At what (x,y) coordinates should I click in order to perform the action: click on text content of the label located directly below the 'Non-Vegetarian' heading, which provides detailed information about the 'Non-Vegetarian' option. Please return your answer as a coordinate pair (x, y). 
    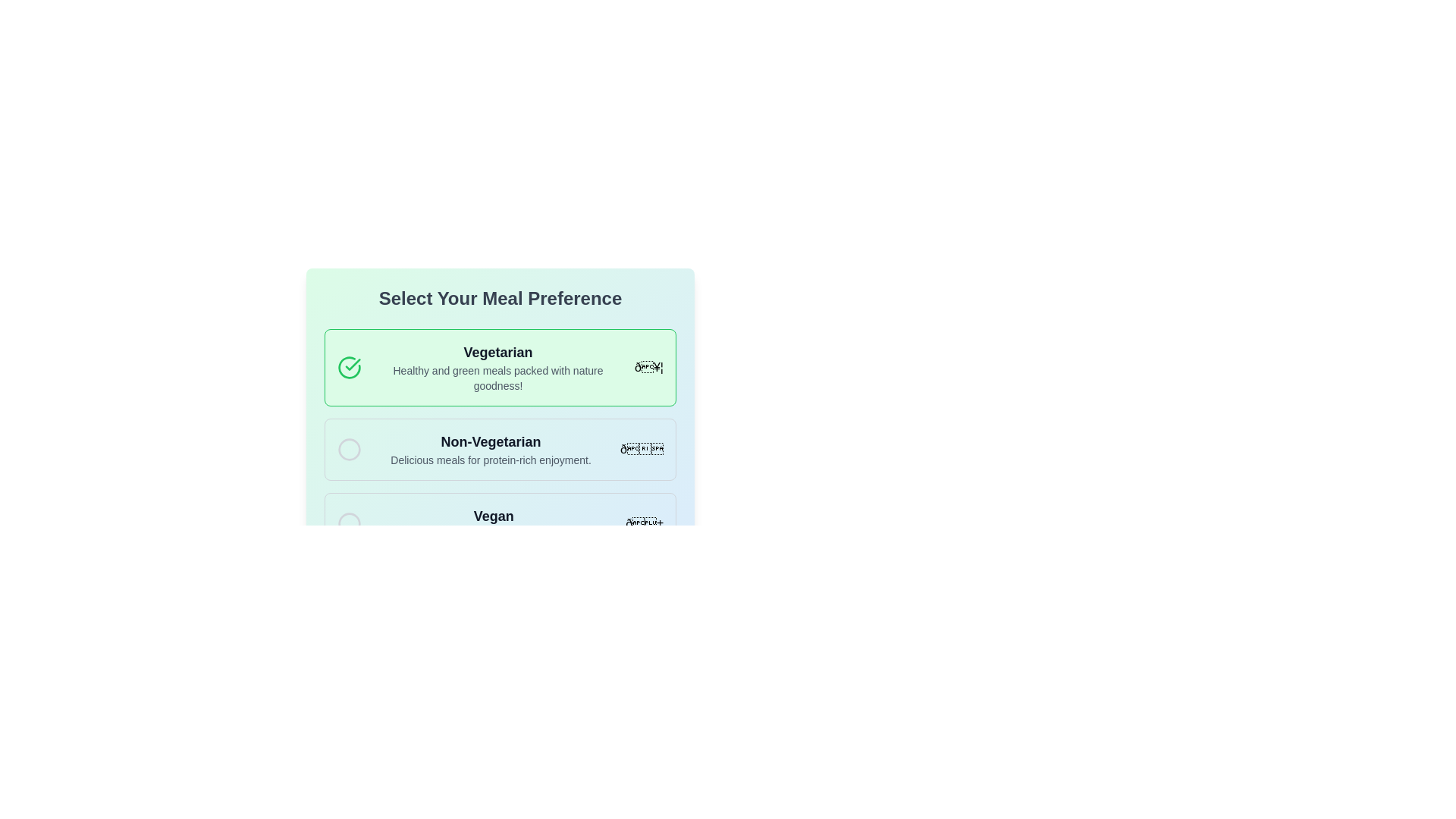
    Looking at the image, I should click on (491, 459).